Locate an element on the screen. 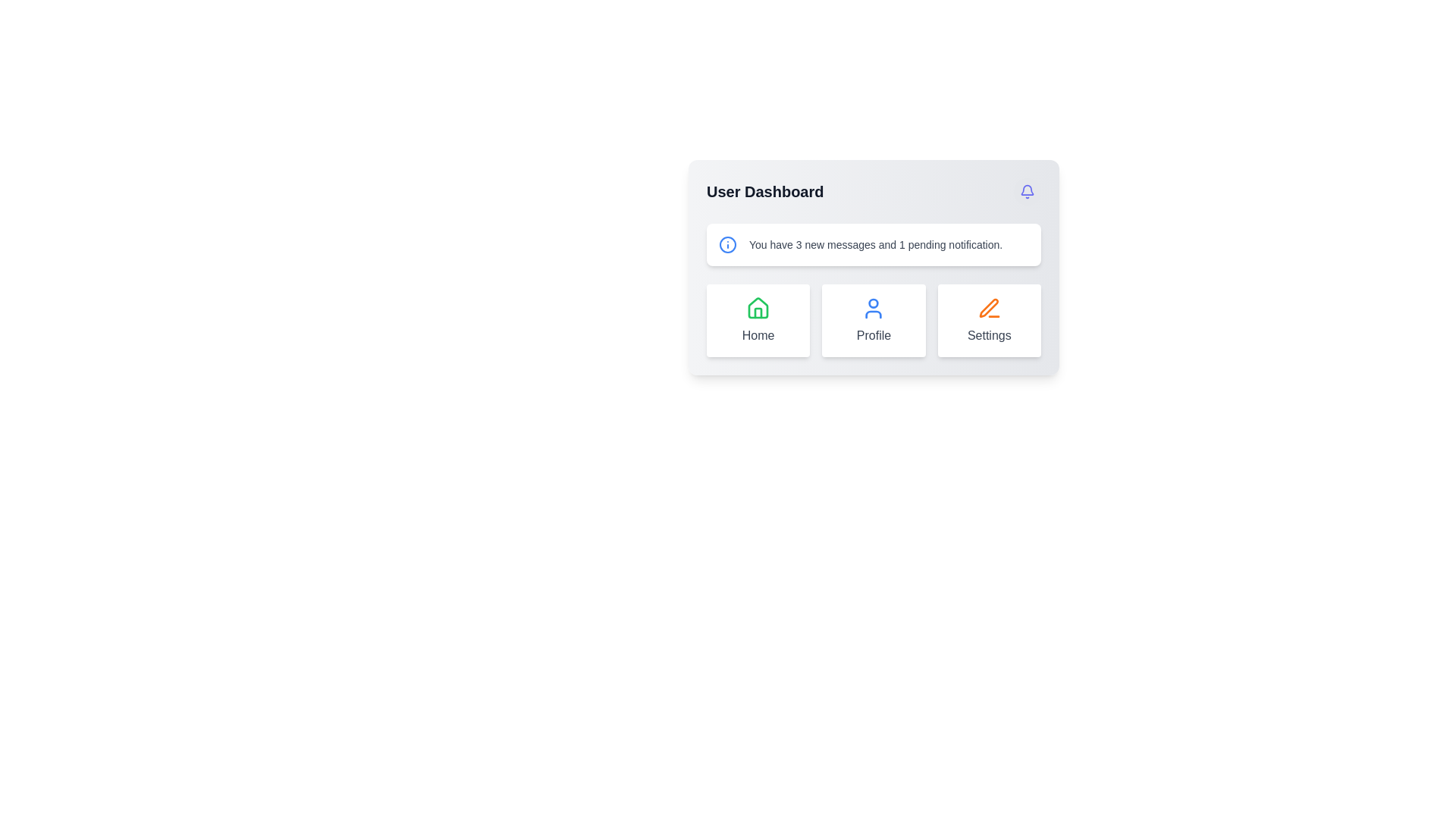 Image resolution: width=1456 pixels, height=819 pixels. the bold orange pen-like icon located near the settings button in the main interface is located at coordinates (989, 307).